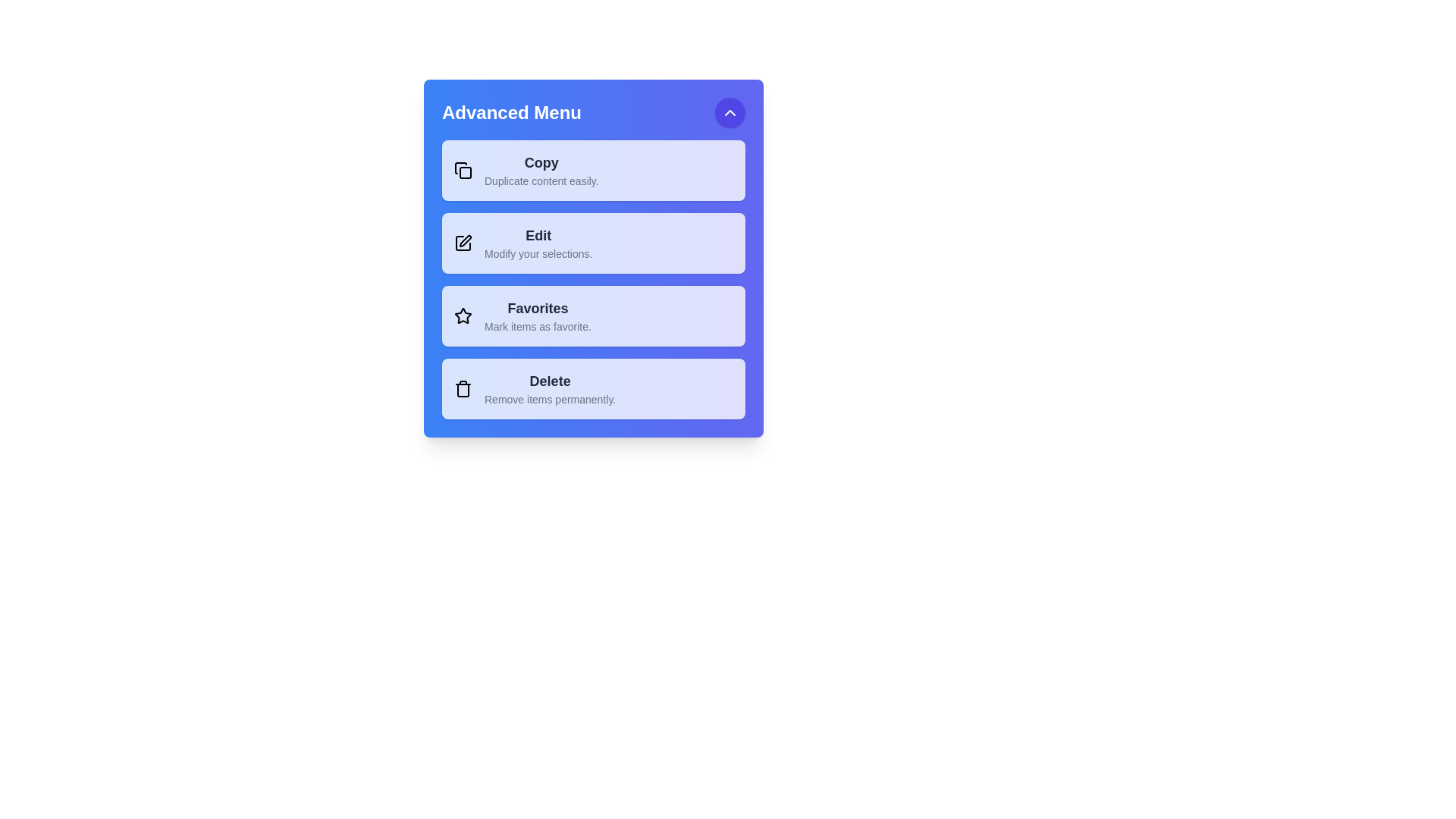  What do you see at coordinates (592, 388) in the screenshot?
I see `the menu item labeled Delete to observe the visual feedback` at bounding box center [592, 388].